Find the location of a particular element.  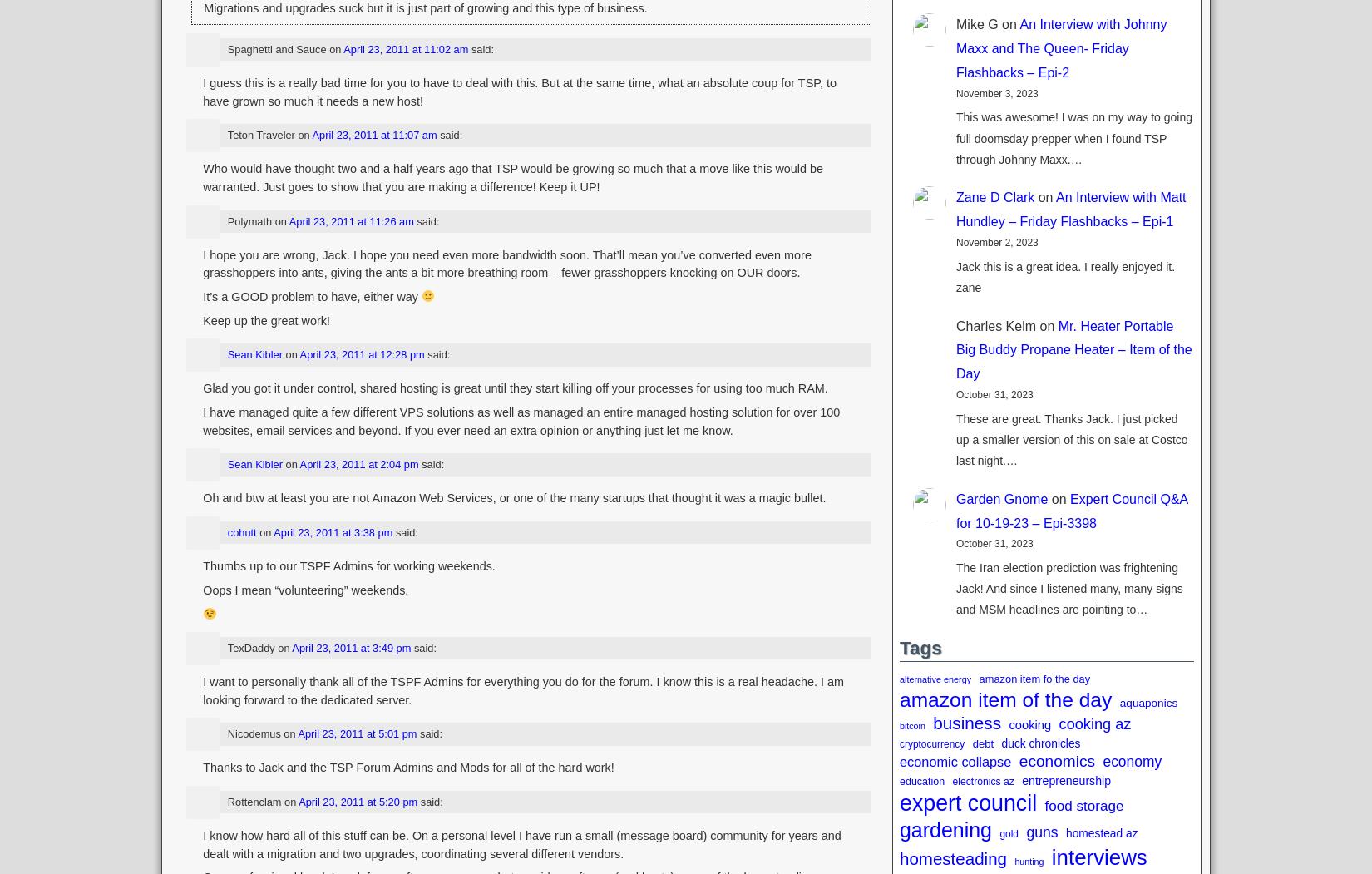

'April 23, 2011 at 12:28 pm' is located at coordinates (360, 354).